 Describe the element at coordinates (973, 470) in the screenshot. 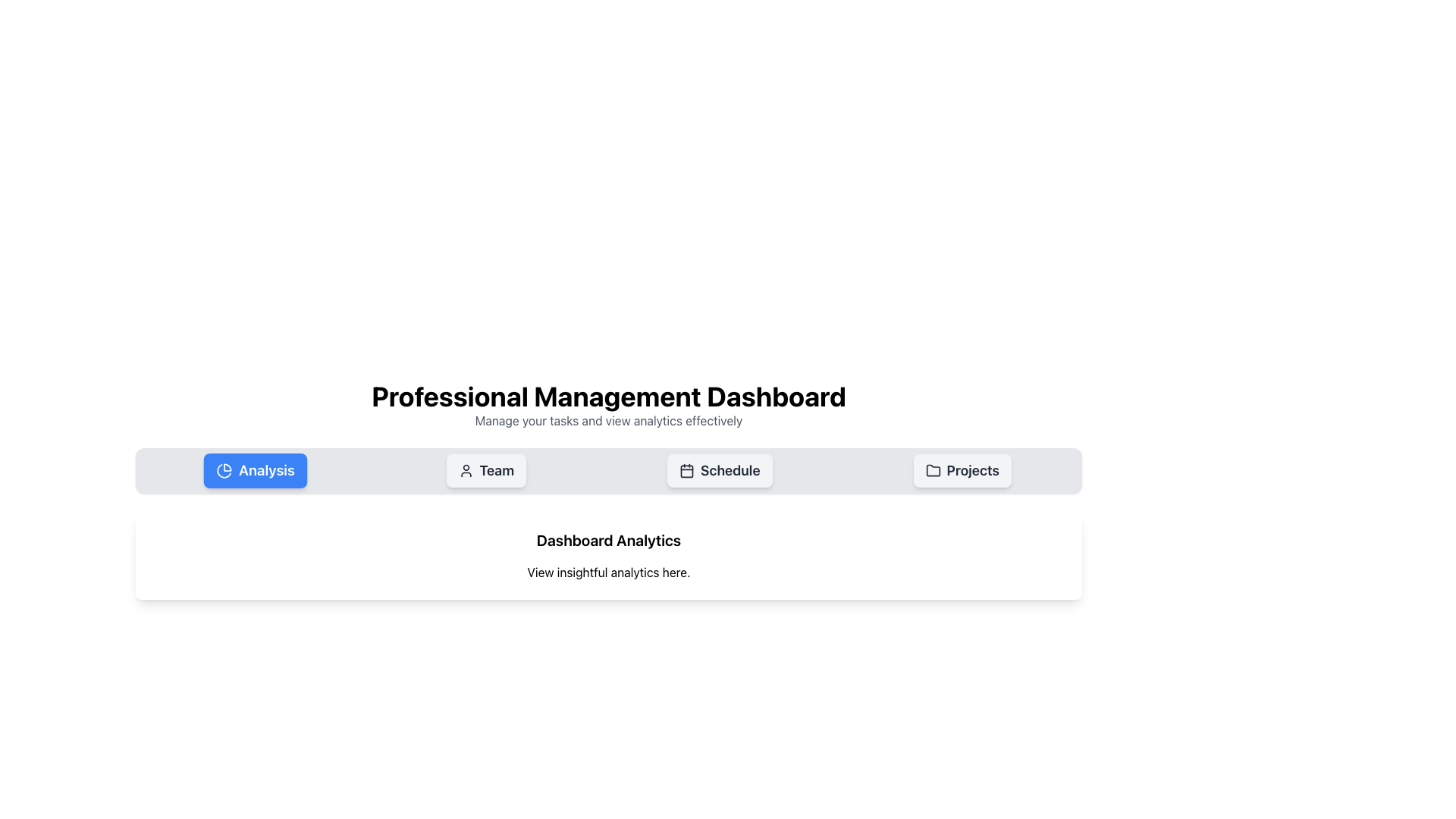

I see `the text content of the 'Projects' text label, which is the right-most button in the navigation group, styled in bold with a light gray background and rounded edges` at that location.